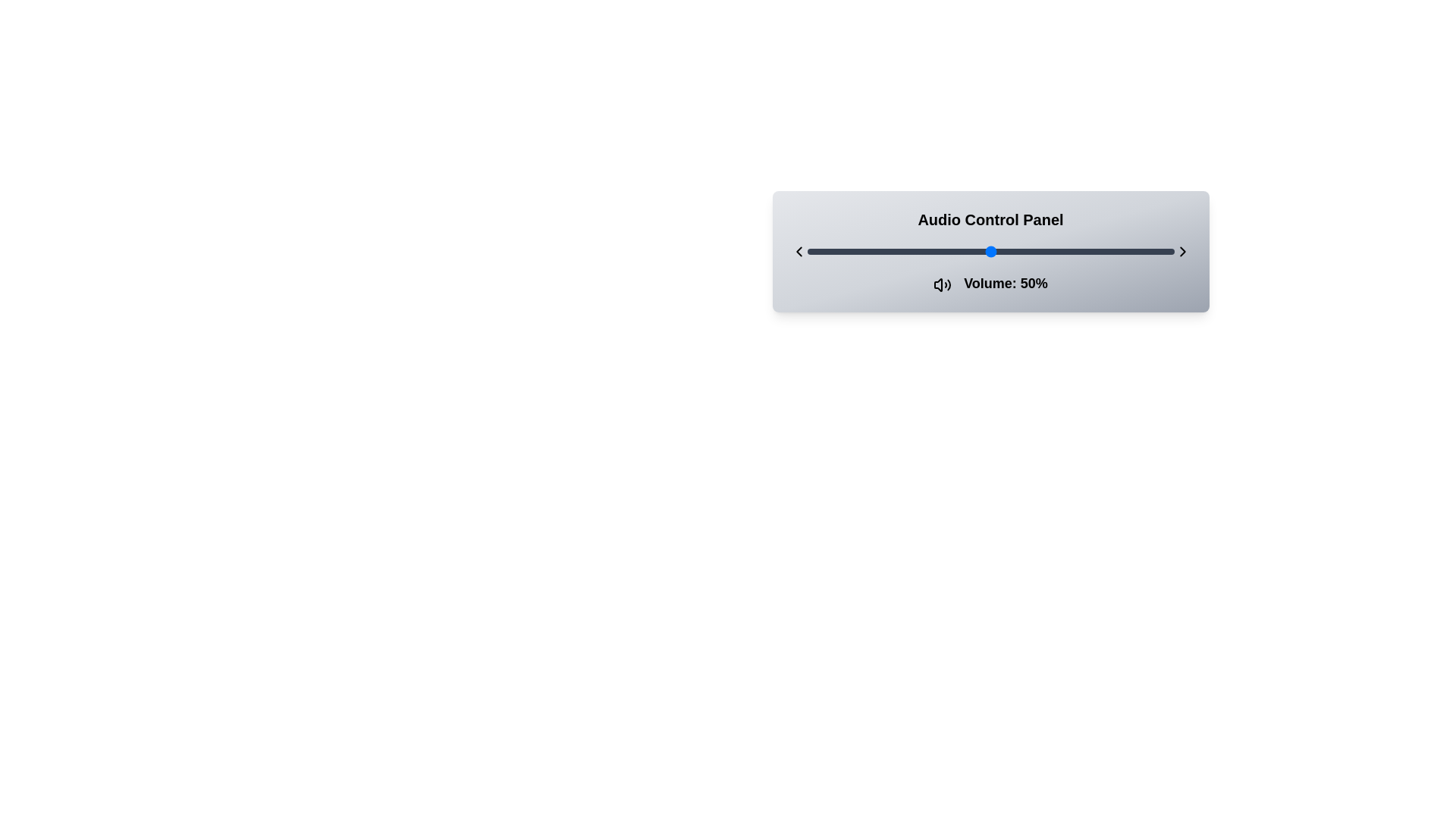  What do you see at coordinates (832, 250) in the screenshot?
I see `the volume` at bounding box center [832, 250].